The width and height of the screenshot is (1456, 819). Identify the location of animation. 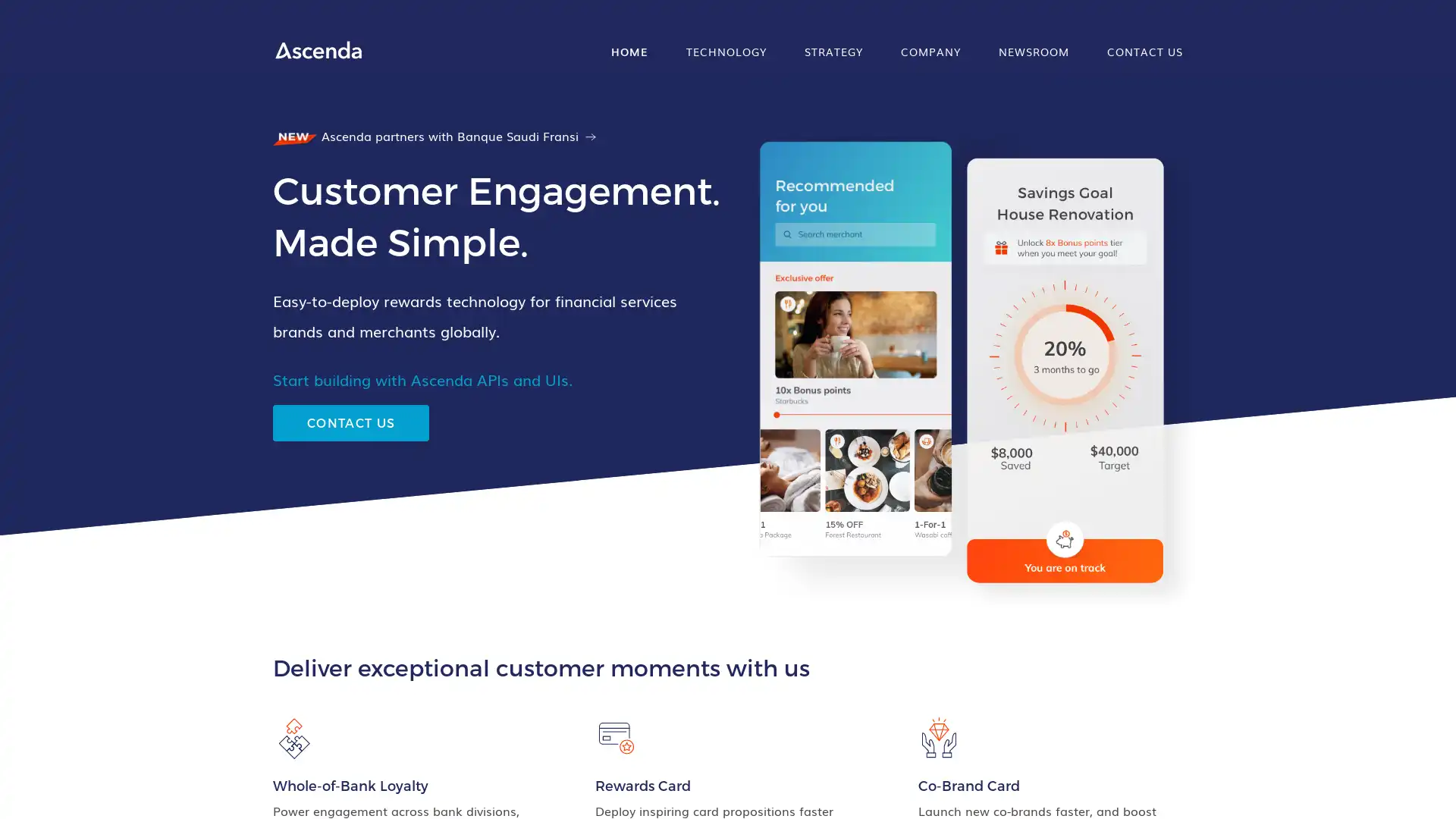
(293, 737).